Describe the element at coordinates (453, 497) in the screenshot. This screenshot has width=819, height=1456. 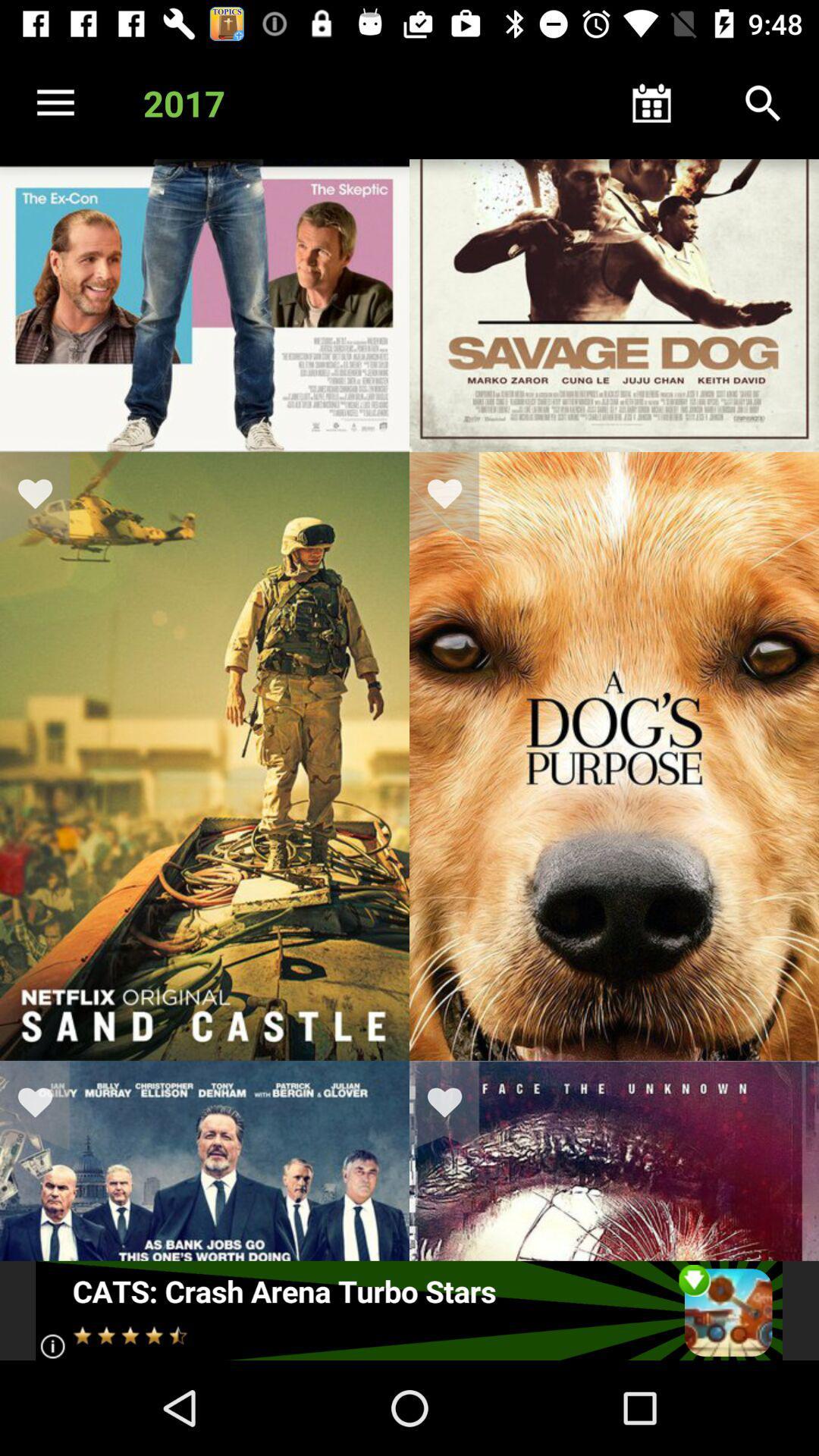
I see `heart this movie` at that location.